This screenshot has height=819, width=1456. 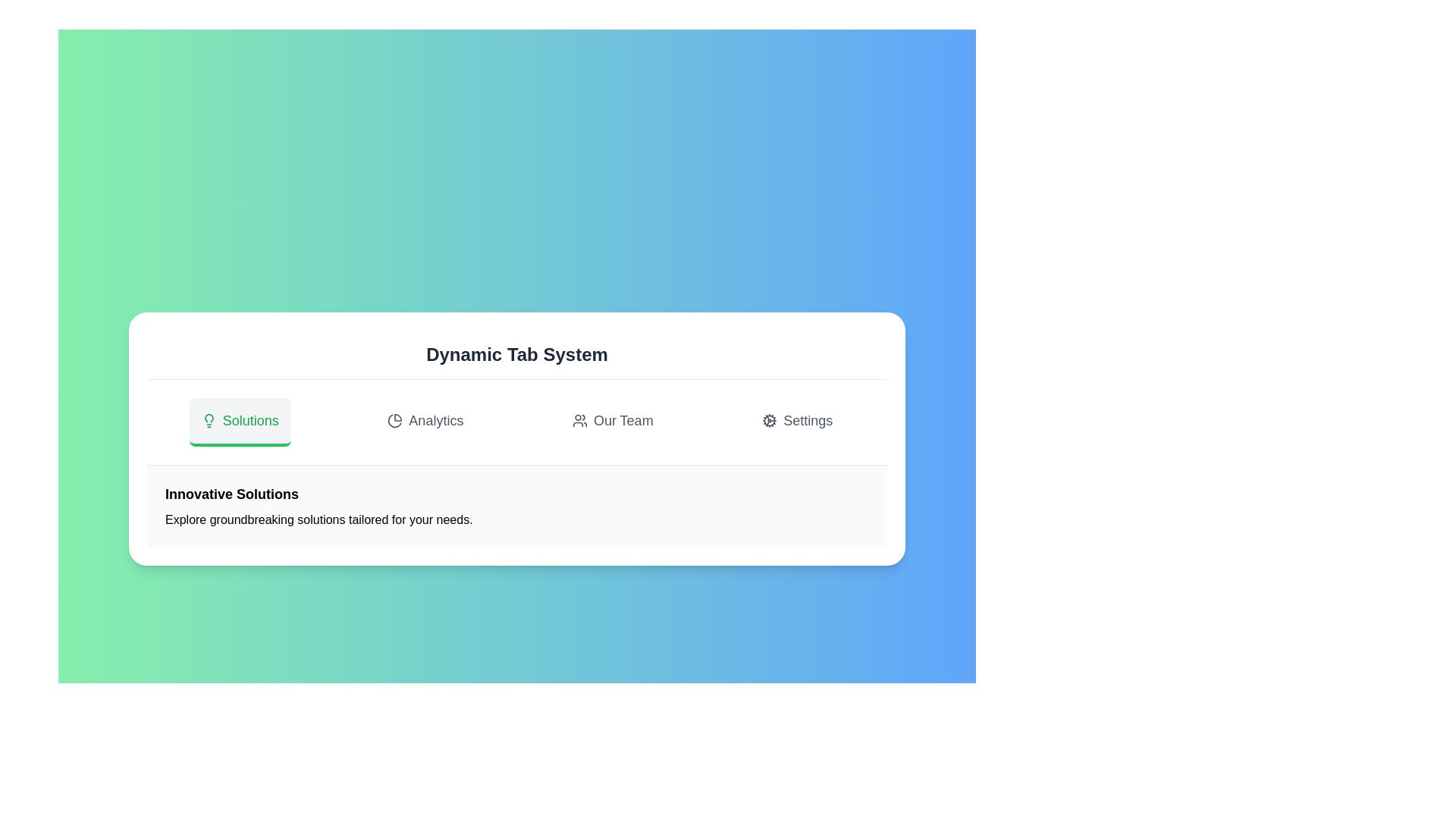 What do you see at coordinates (395, 421) in the screenshot?
I see `the 'Analytics' icon located in the horizontal navigation bar, which is positioned to the right of the 'Solutions' tab and is placed at the left side of the 'Analytics' label text` at bounding box center [395, 421].